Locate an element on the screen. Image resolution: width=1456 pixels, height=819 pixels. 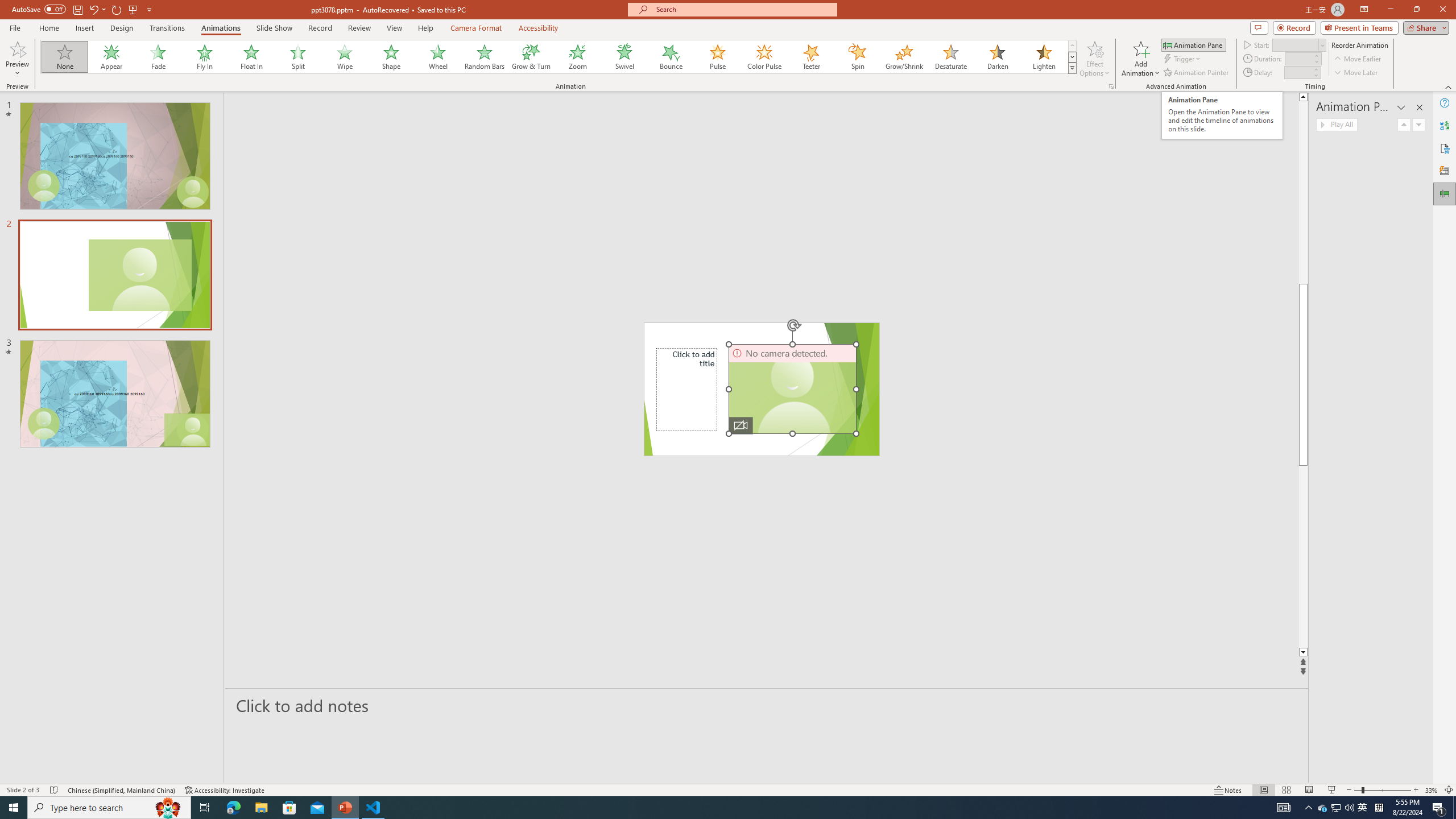
'Fly In' is located at coordinates (204, 56).